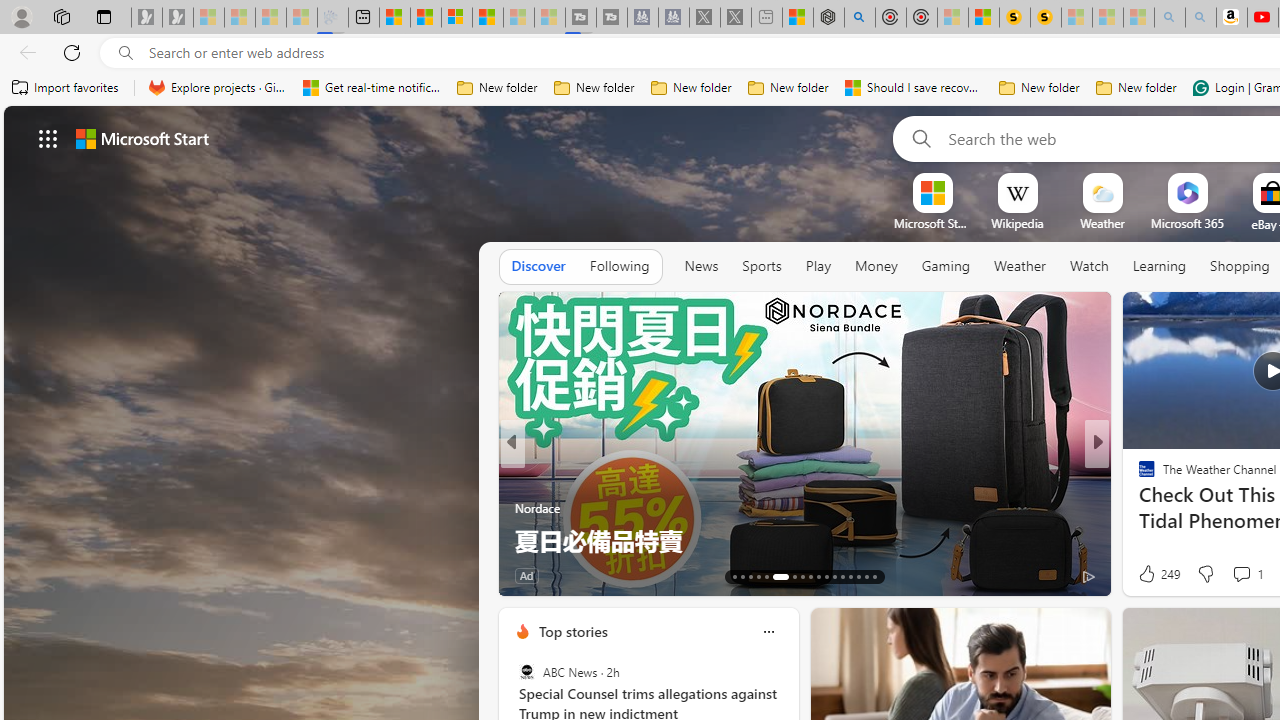 The width and height of the screenshot is (1280, 720). Describe the element at coordinates (1138, 506) in the screenshot. I see `'Verywell Mind'` at that location.